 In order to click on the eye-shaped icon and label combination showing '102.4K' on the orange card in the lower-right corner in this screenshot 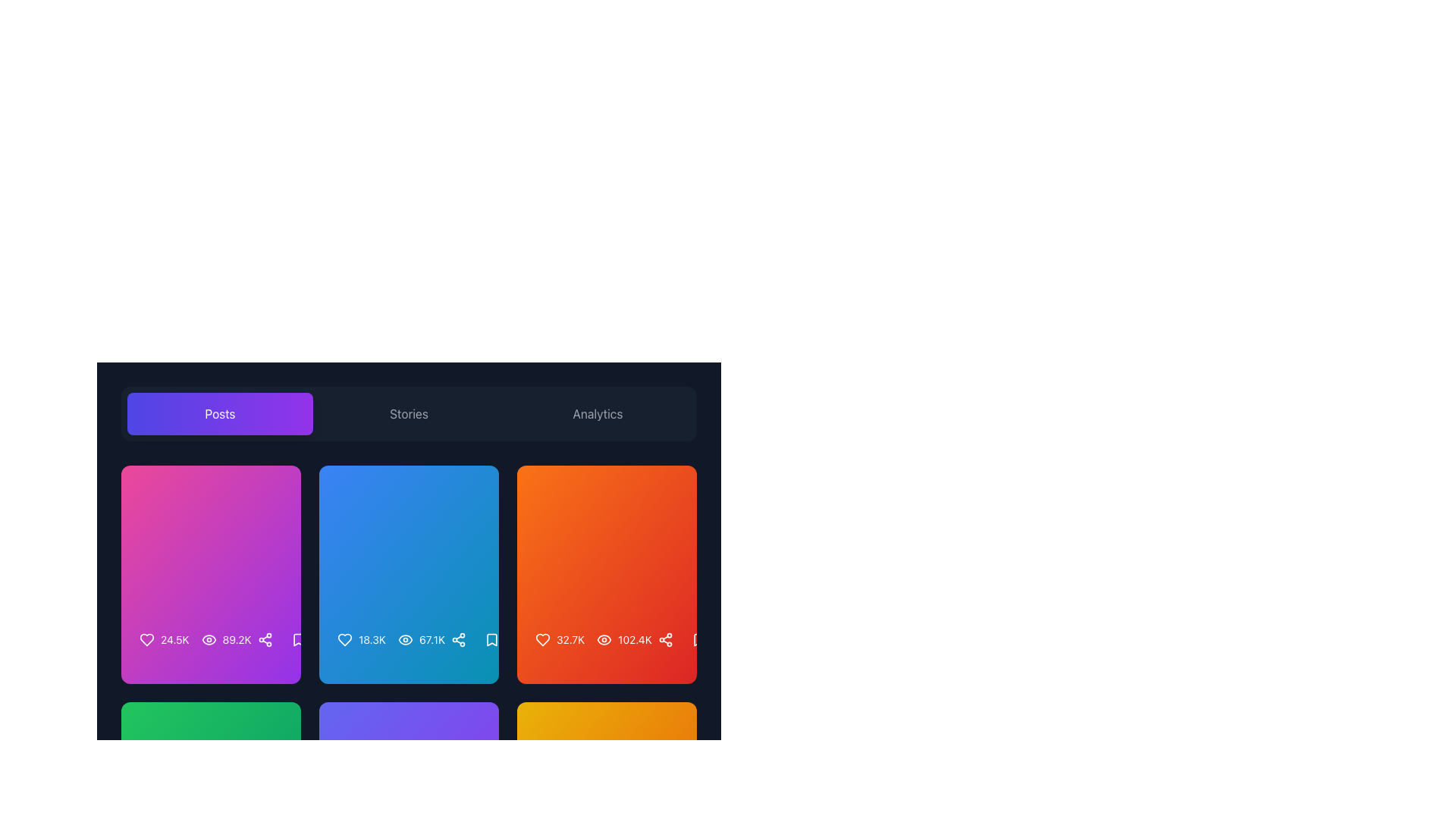, I will do `click(624, 640)`.